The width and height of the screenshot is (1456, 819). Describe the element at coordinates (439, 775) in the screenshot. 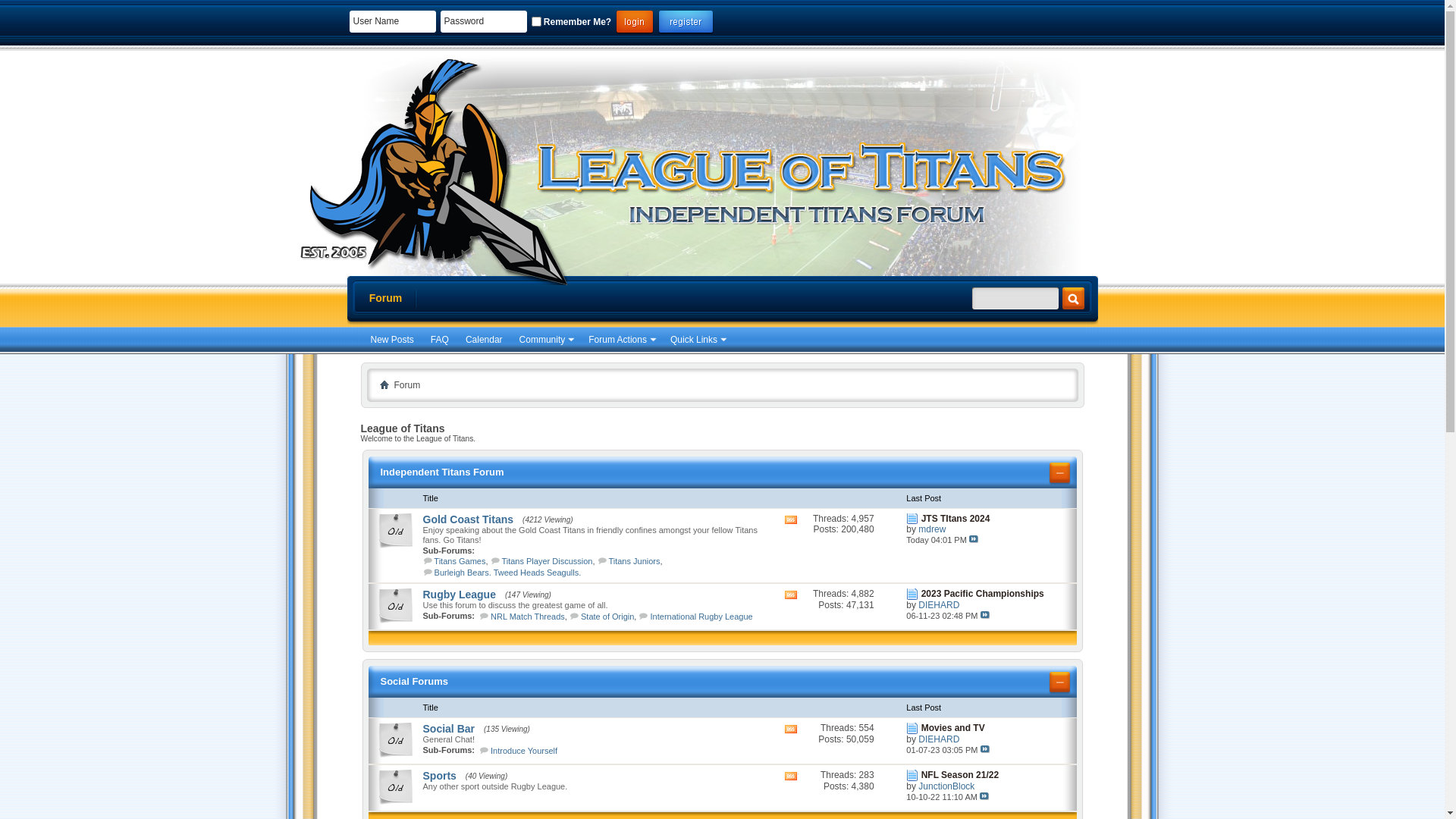

I see `'Sports'` at that location.